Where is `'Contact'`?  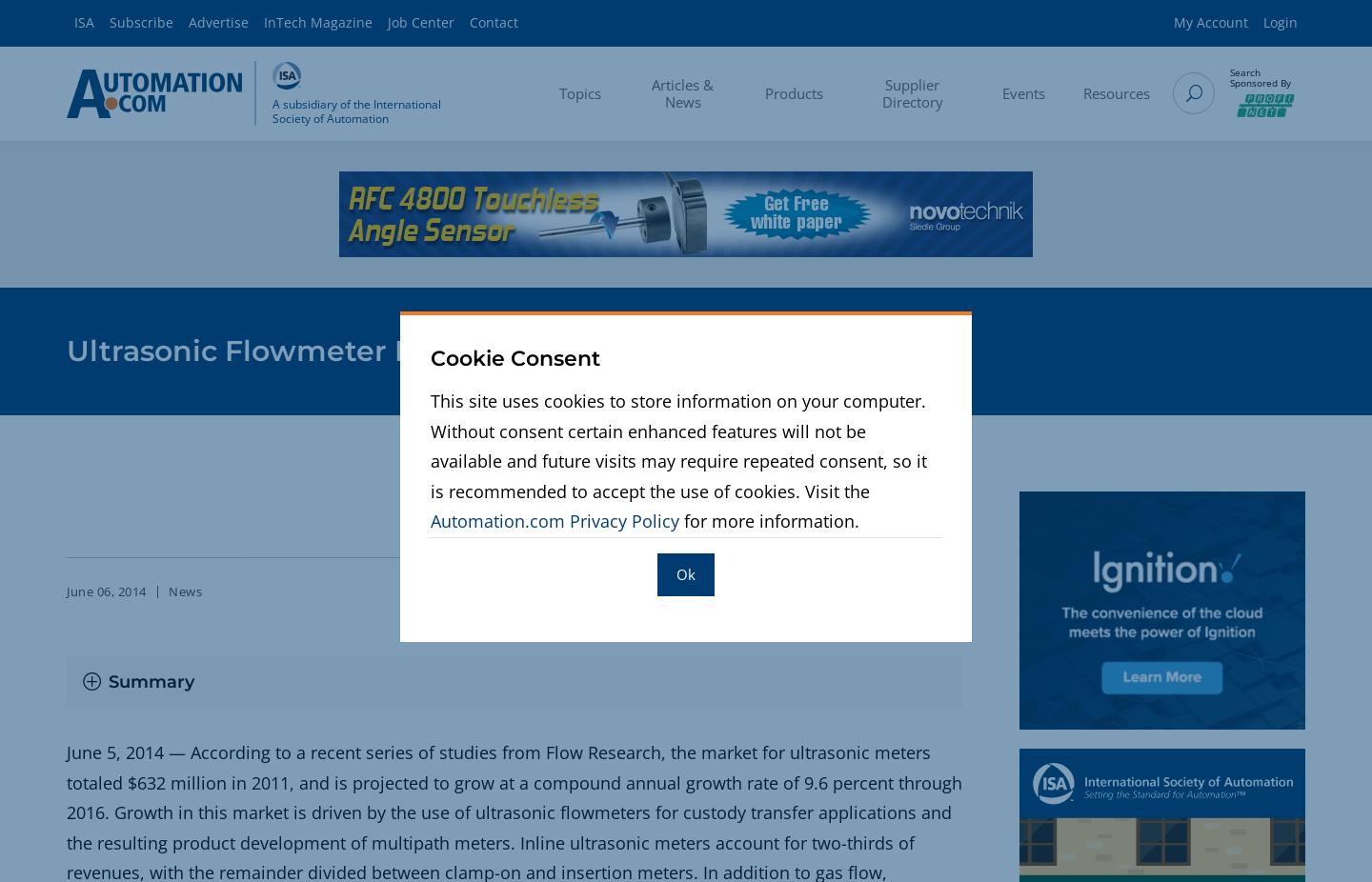 'Contact' is located at coordinates (493, 21).